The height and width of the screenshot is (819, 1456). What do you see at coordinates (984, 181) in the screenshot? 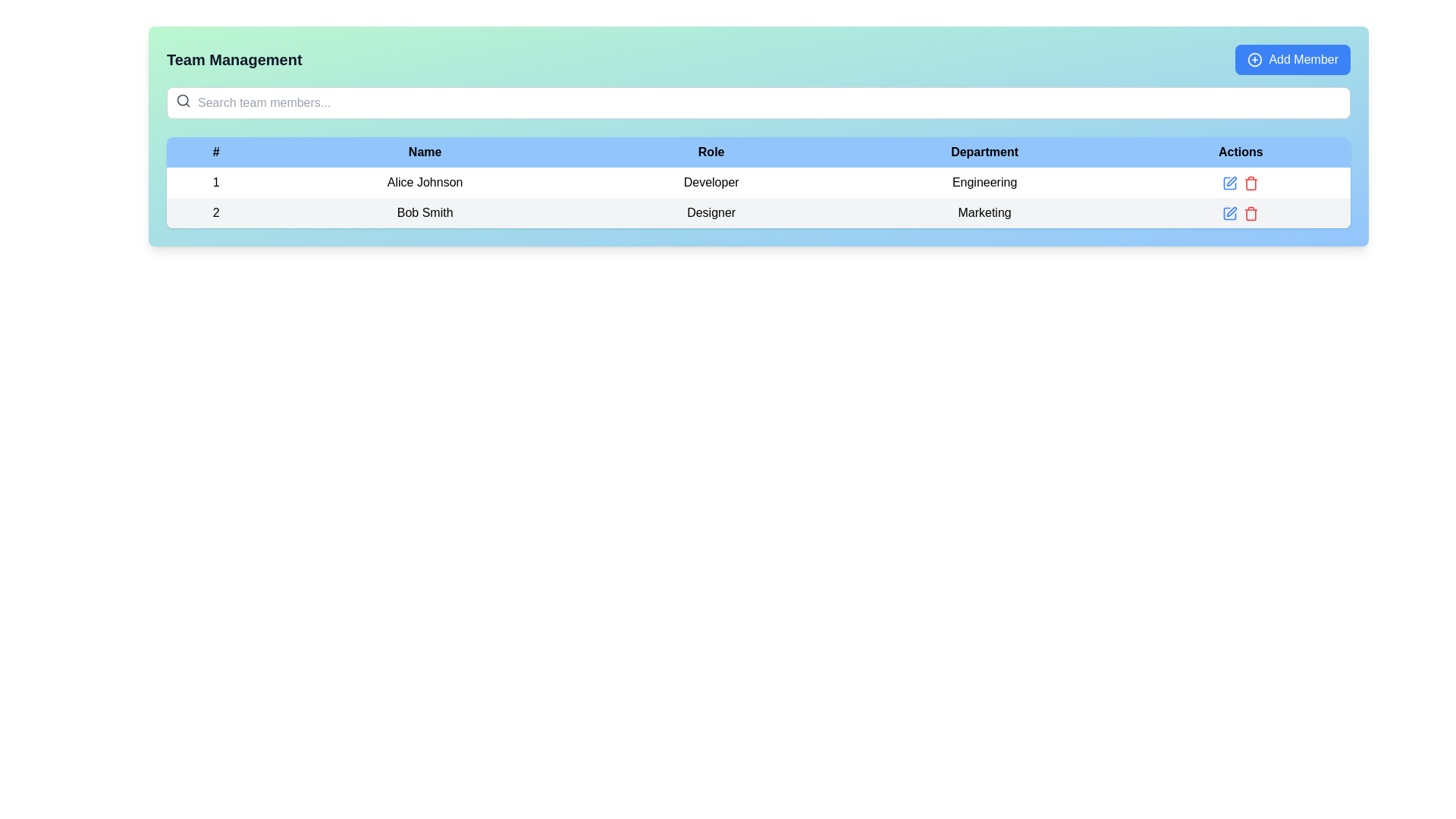
I see `the table cell indicating the department associated with the entry in the first row under the 'Department' column, adjacent to the cell containing 'Developer'` at bounding box center [984, 181].